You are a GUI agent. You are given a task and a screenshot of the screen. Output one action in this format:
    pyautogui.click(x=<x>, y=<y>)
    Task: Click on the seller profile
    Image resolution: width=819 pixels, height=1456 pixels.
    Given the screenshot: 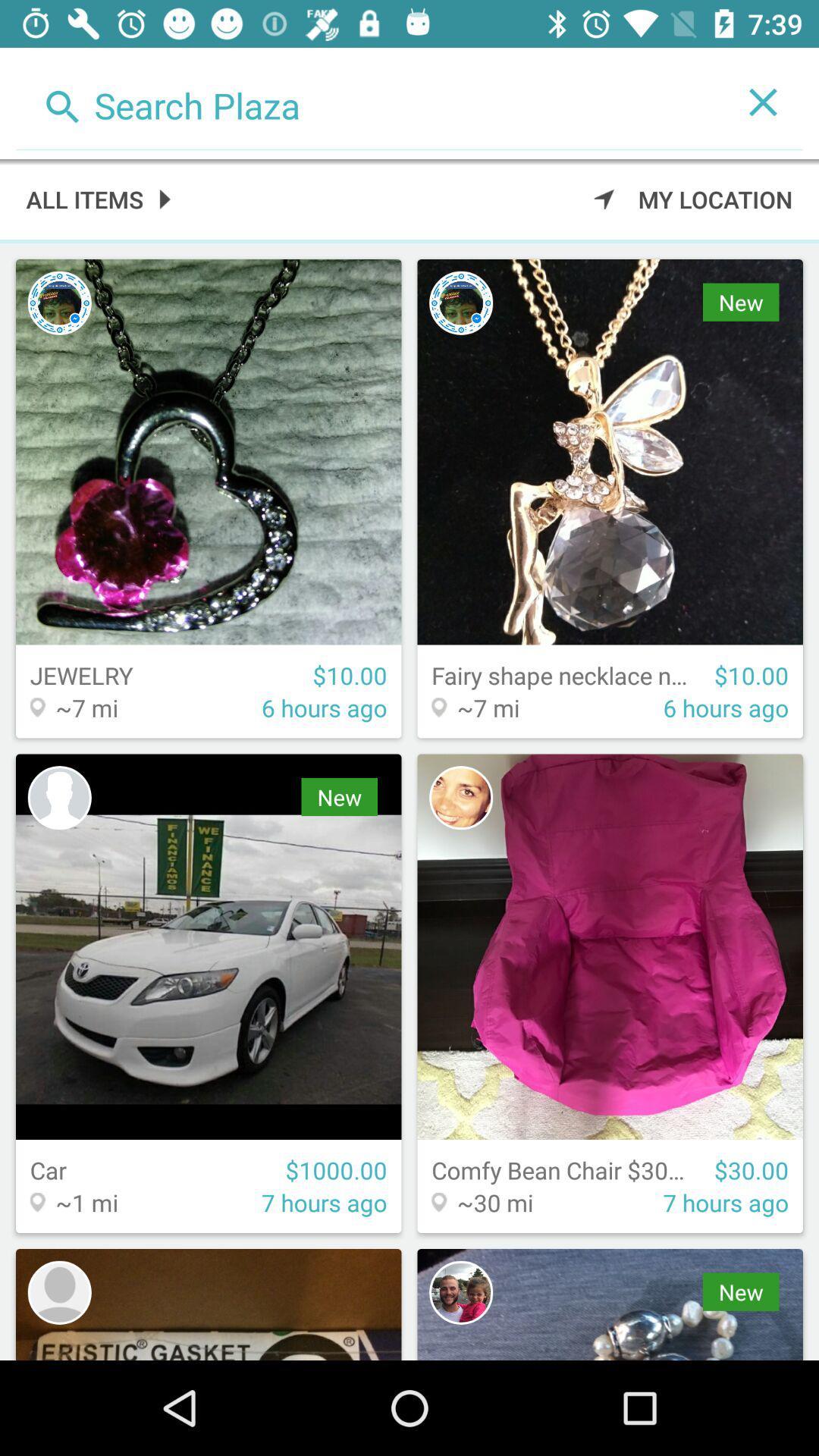 What is the action you would take?
    pyautogui.click(x=58, y=1291)
    